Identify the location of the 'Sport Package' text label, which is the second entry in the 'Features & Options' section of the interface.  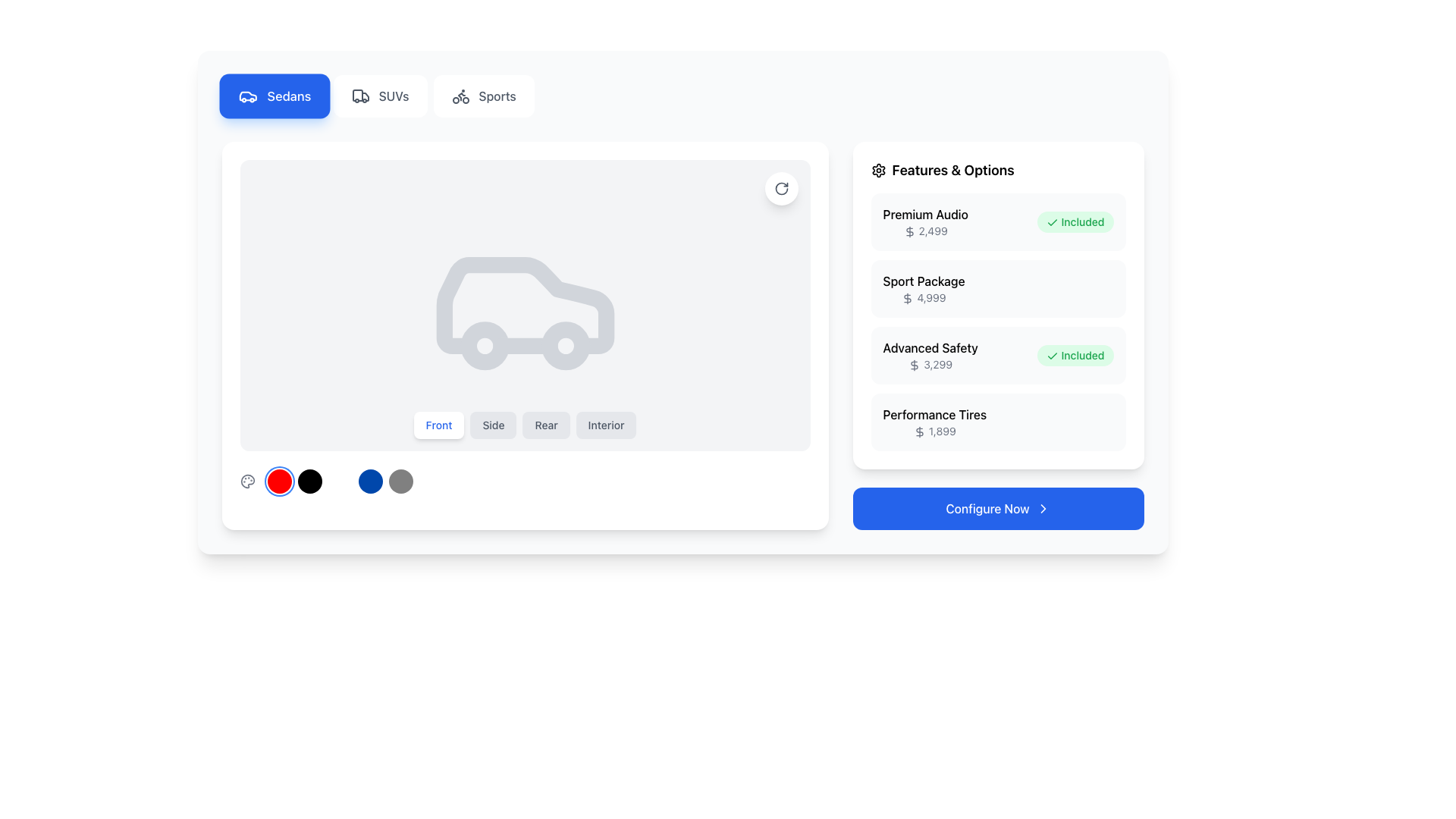
(923, 281).